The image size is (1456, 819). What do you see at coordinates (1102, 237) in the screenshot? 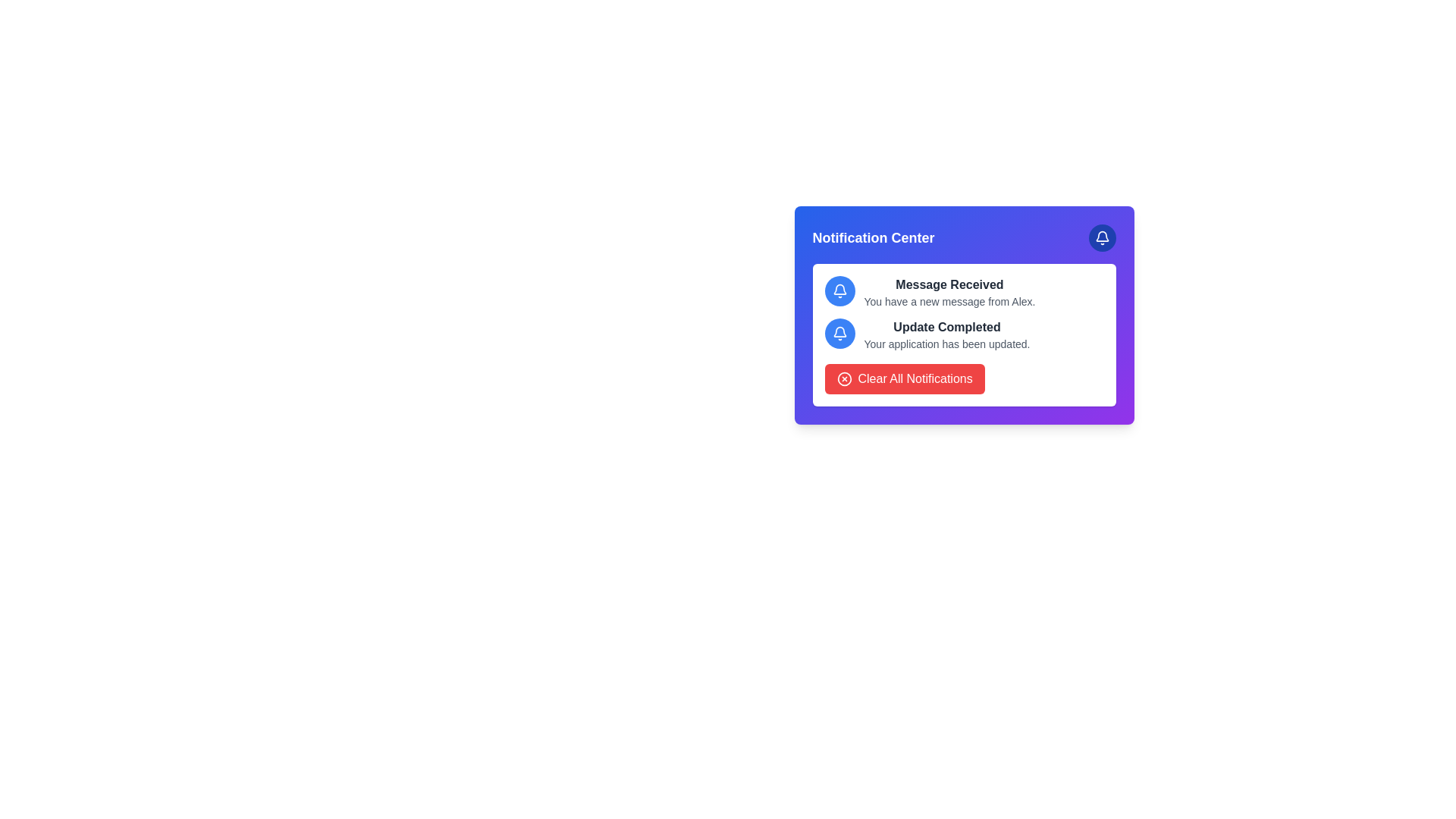
I see `the notification button located` at bounding box center [1102, 237].